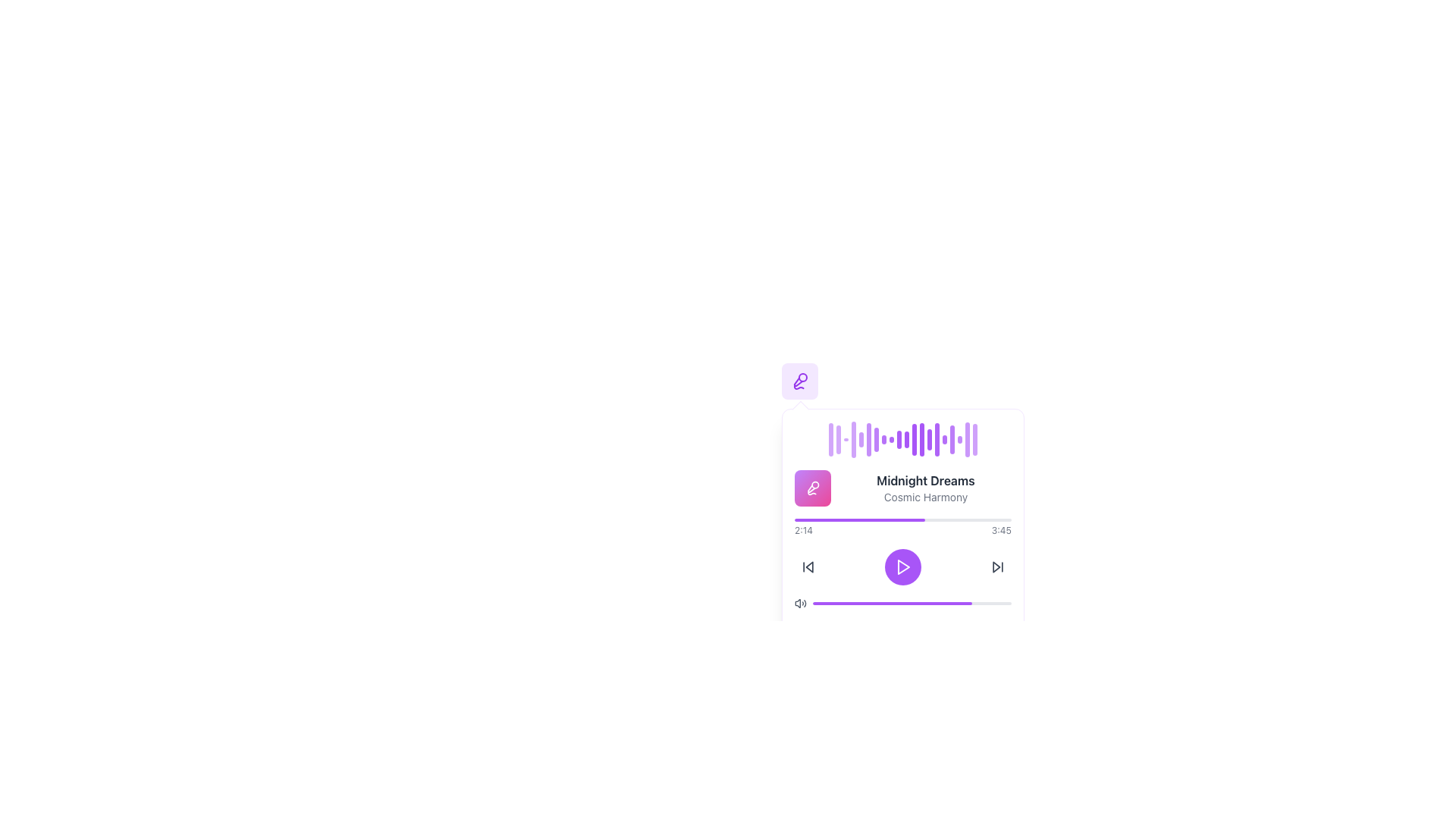  What do you see at coordinates (928, 439) in the screenshot?
I see `the 14th waveform bar in a media player interface, which visually indicates audio levels or progress` at bounding box center [928, 439].